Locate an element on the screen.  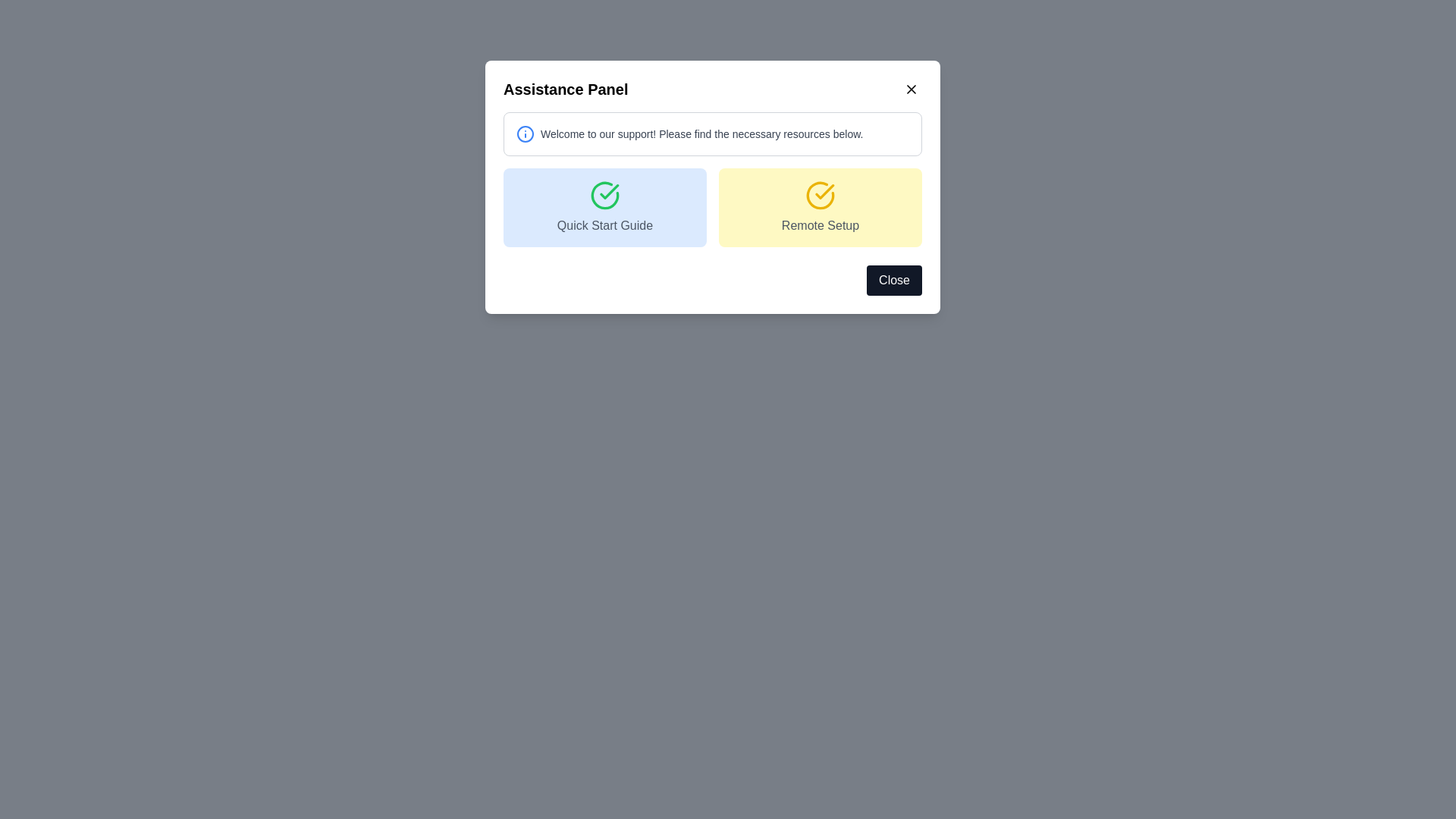
the 'Close' button with dark gray background and white text is located at coordinates (894, 281).